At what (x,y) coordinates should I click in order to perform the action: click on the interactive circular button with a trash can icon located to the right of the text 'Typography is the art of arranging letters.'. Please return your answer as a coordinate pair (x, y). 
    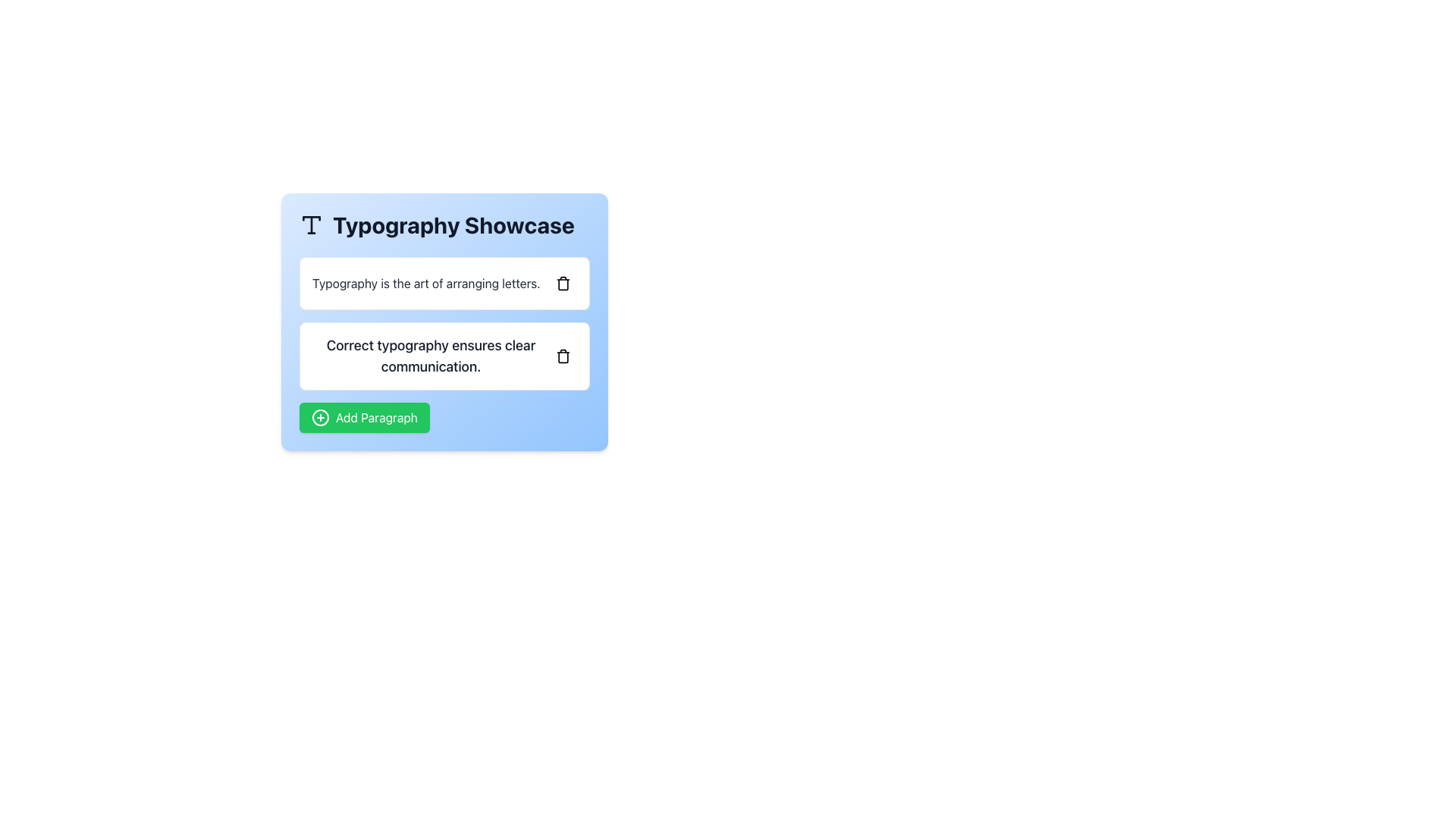
    Looking at the image, I should click on (563, 284).